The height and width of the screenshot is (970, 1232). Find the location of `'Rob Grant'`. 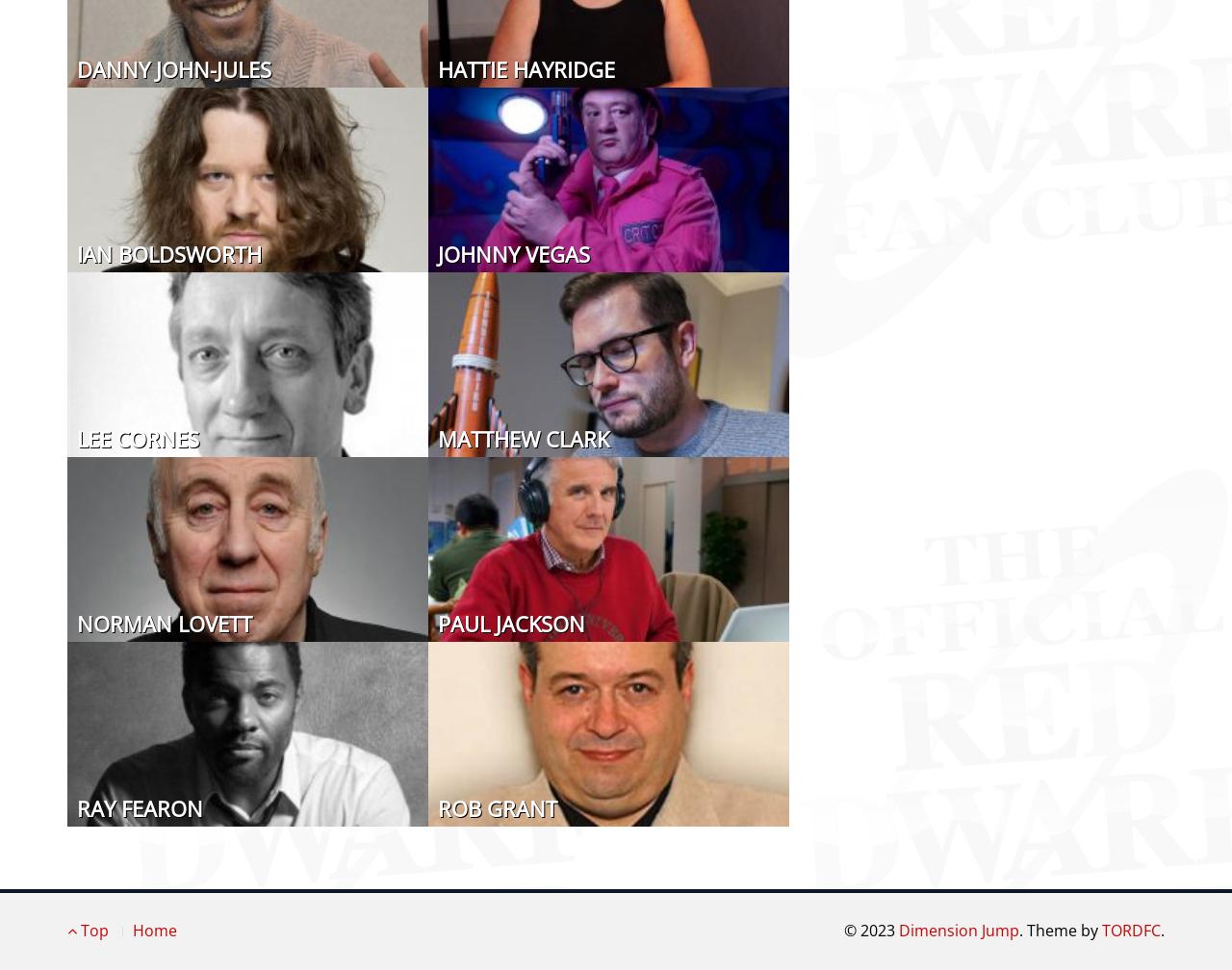

'Rob Grant' is located at coordinates (497, 806).